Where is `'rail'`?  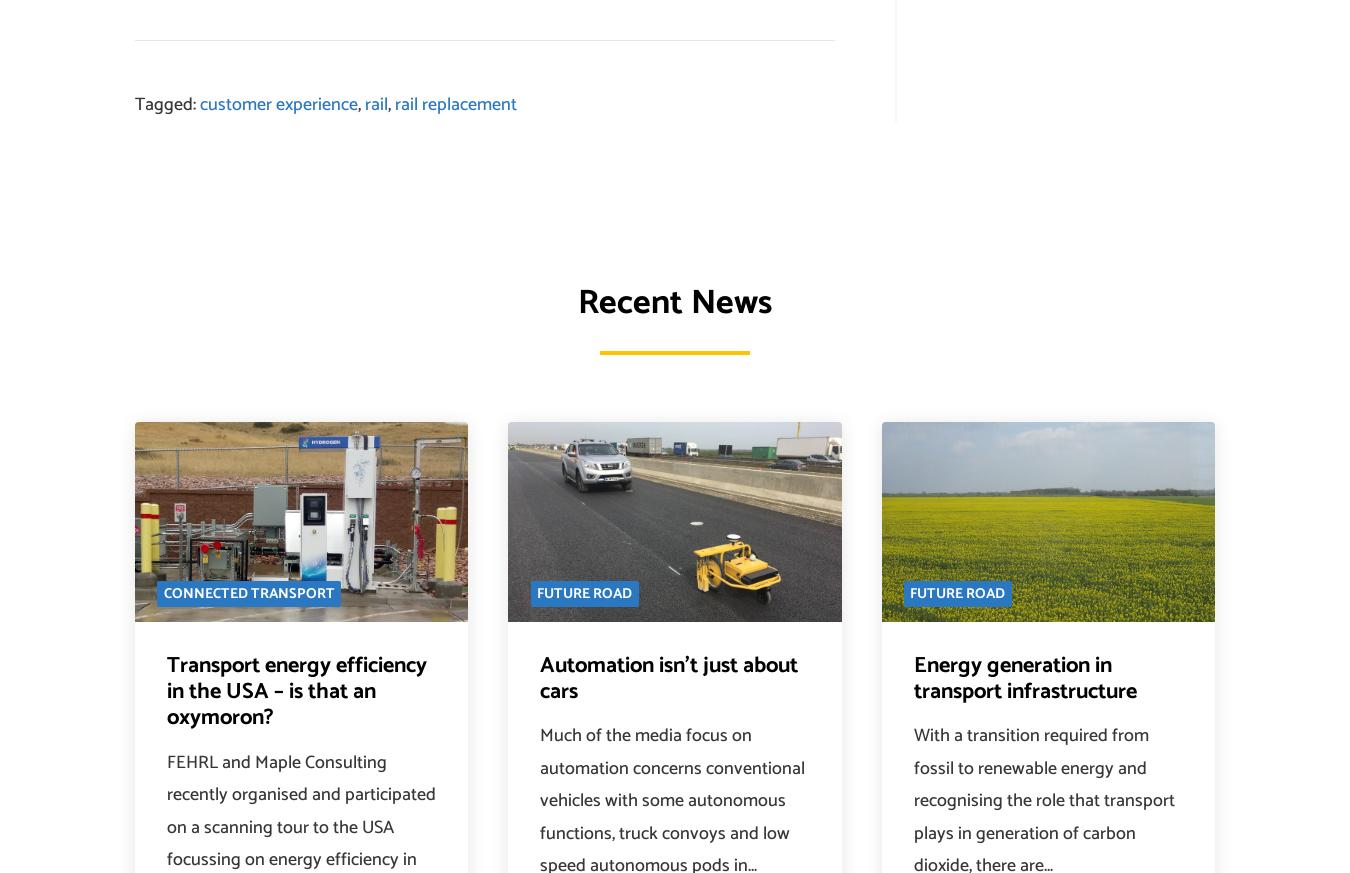 'rail' is located at coordinates (376, 105).